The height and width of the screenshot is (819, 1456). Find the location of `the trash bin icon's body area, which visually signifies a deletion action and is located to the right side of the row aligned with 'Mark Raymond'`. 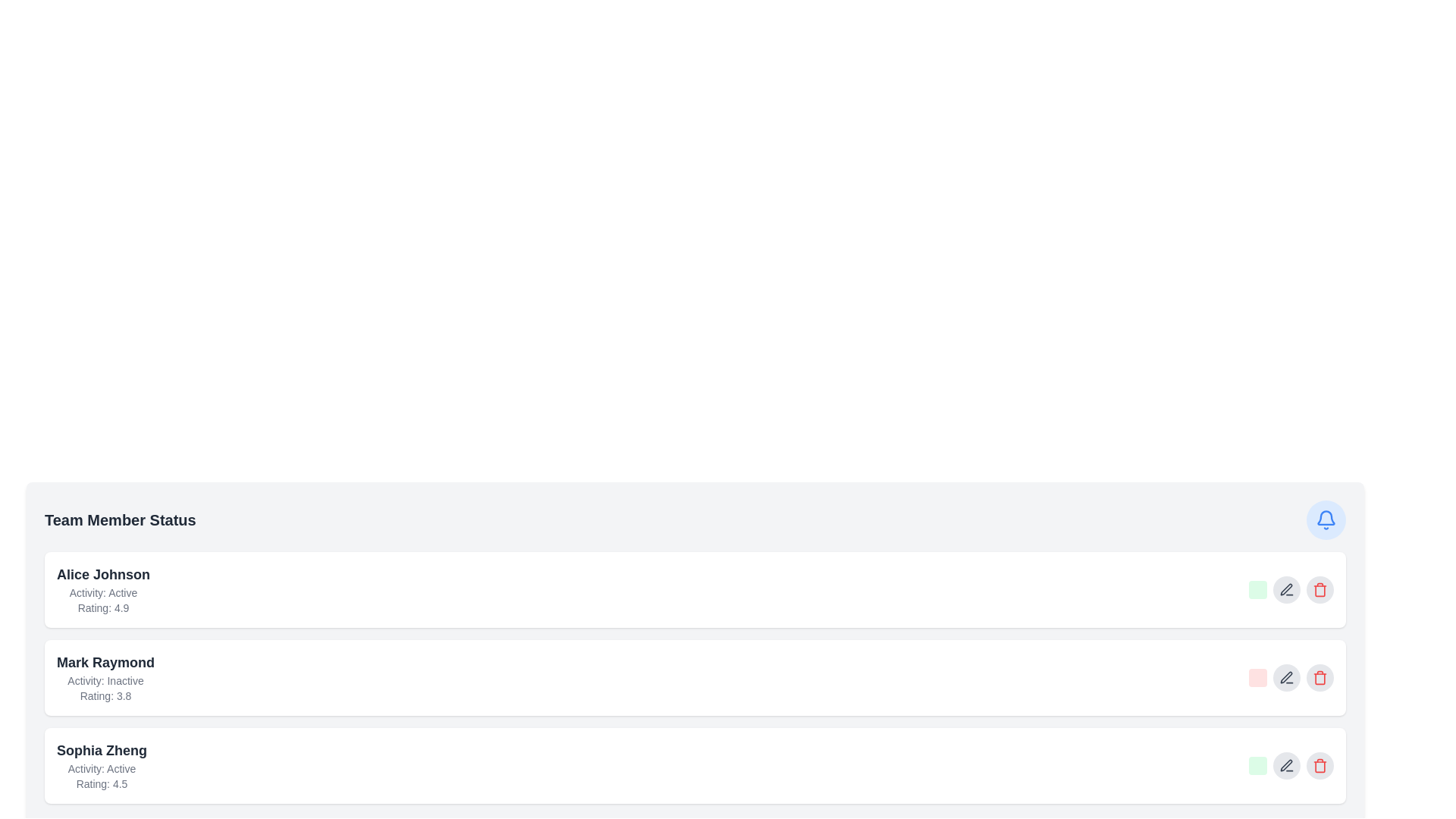

the trash bin icon's body area, which visually signifies a deletion action and is located to the right side of the row aligned with 'Mark Raymond' is located at coordinates (1319, 677).